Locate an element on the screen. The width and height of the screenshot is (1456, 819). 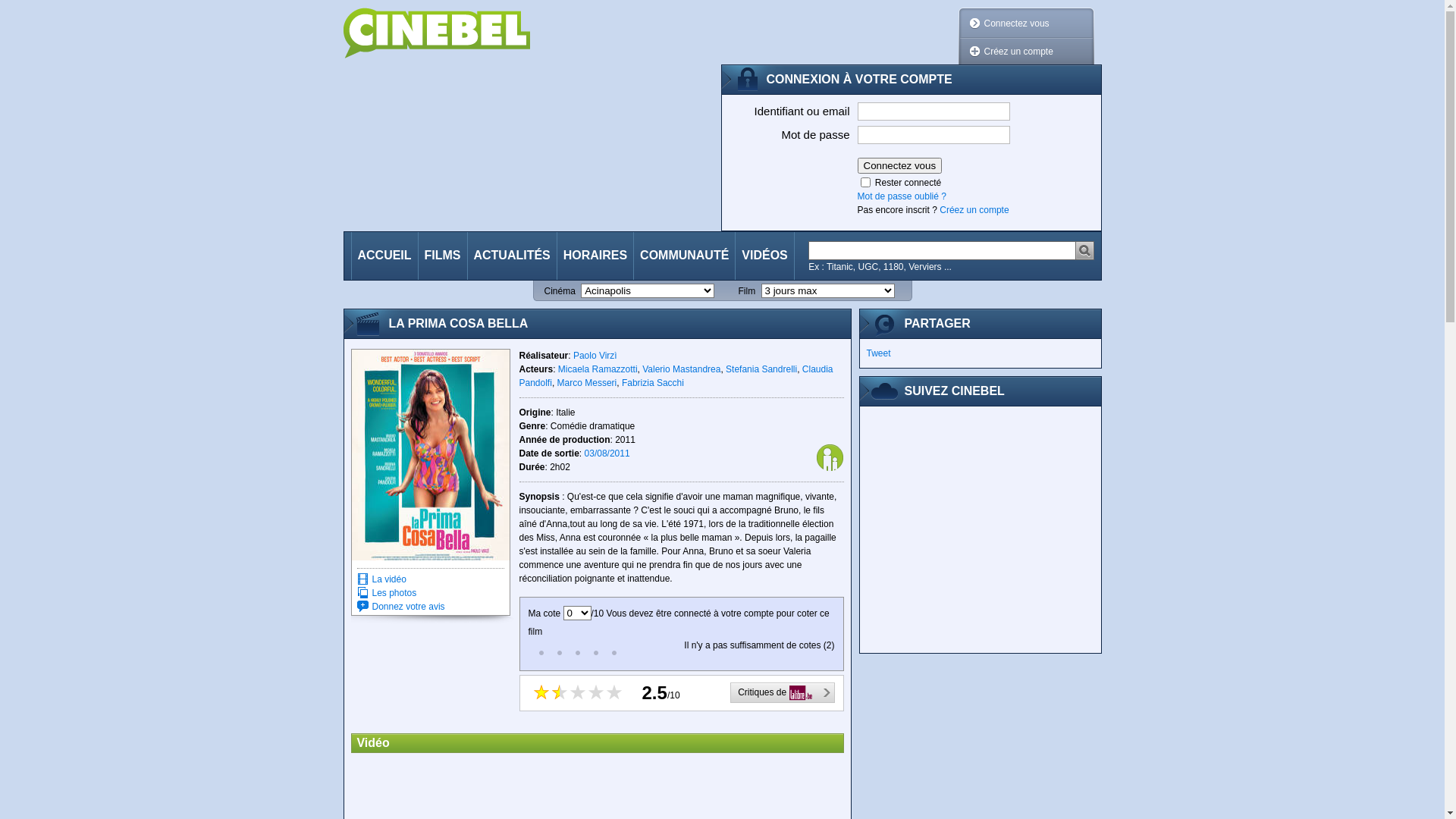
'ACCUEIL' is located at coordinates (351, 255).